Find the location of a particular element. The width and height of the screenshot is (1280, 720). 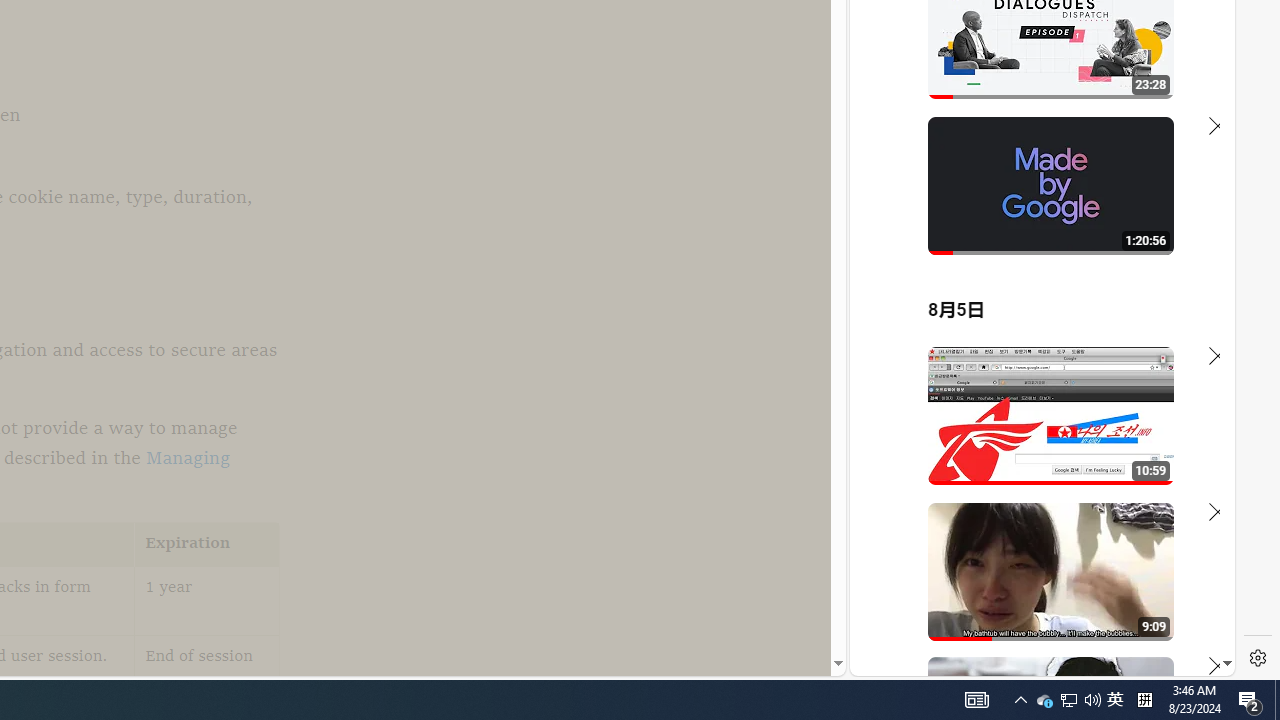

'End of session' is located at coordinates (207, 669).